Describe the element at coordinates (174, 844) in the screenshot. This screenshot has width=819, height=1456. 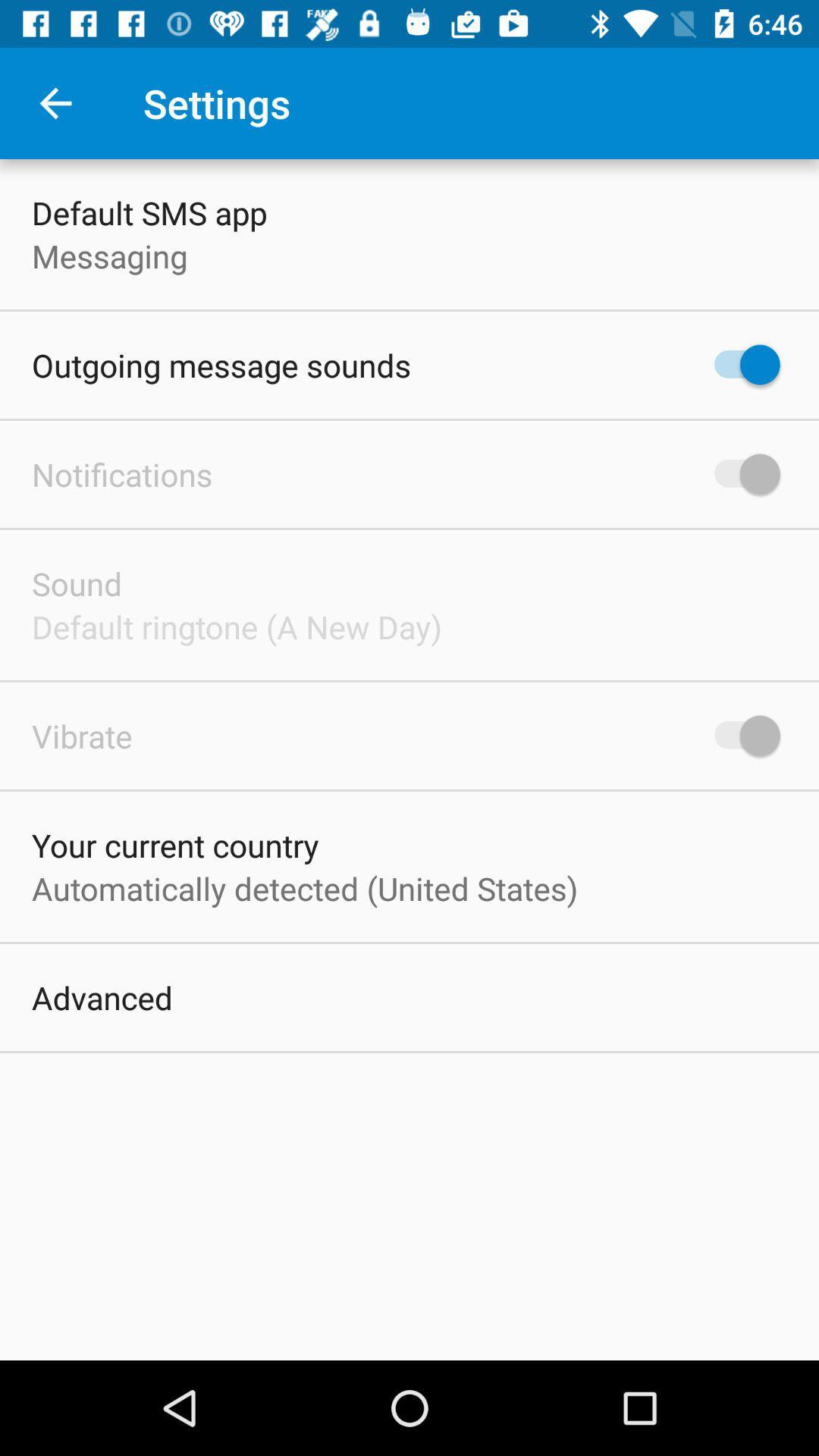
I see `your current country` at that location.